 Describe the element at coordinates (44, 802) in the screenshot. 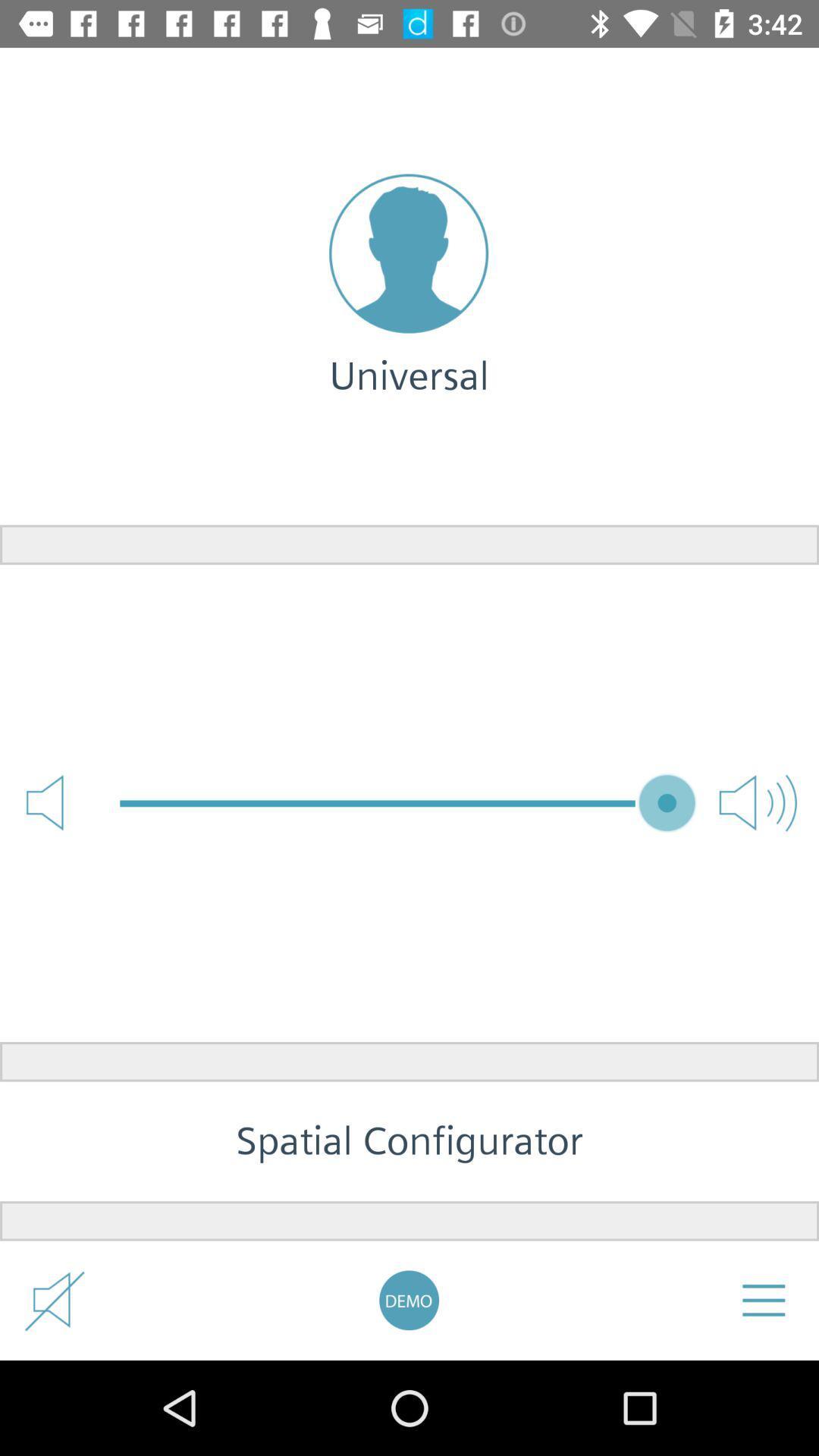

I see `the volume icon` at that location.